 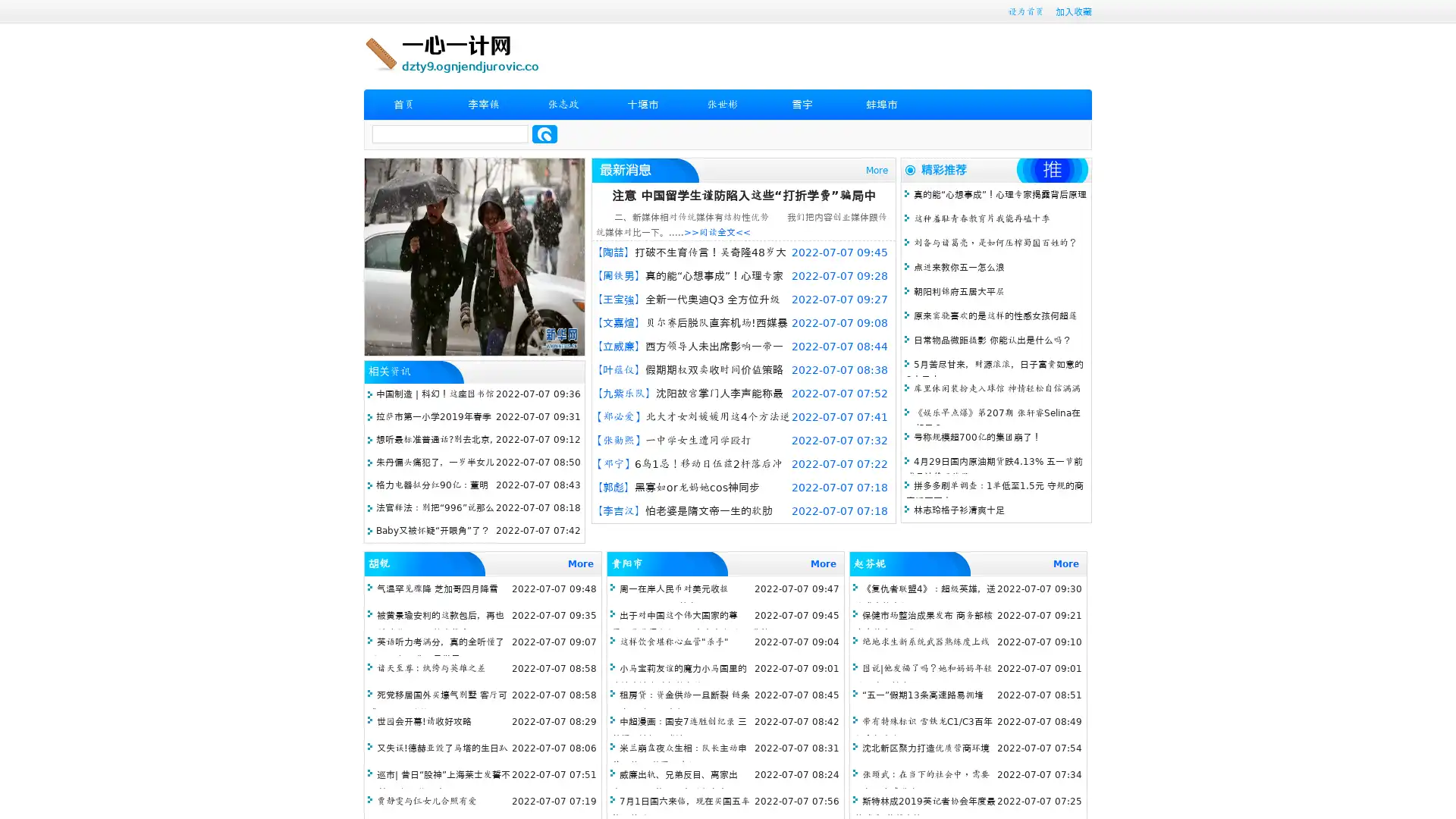 I want to click on Search, so click(x=544, y=133).